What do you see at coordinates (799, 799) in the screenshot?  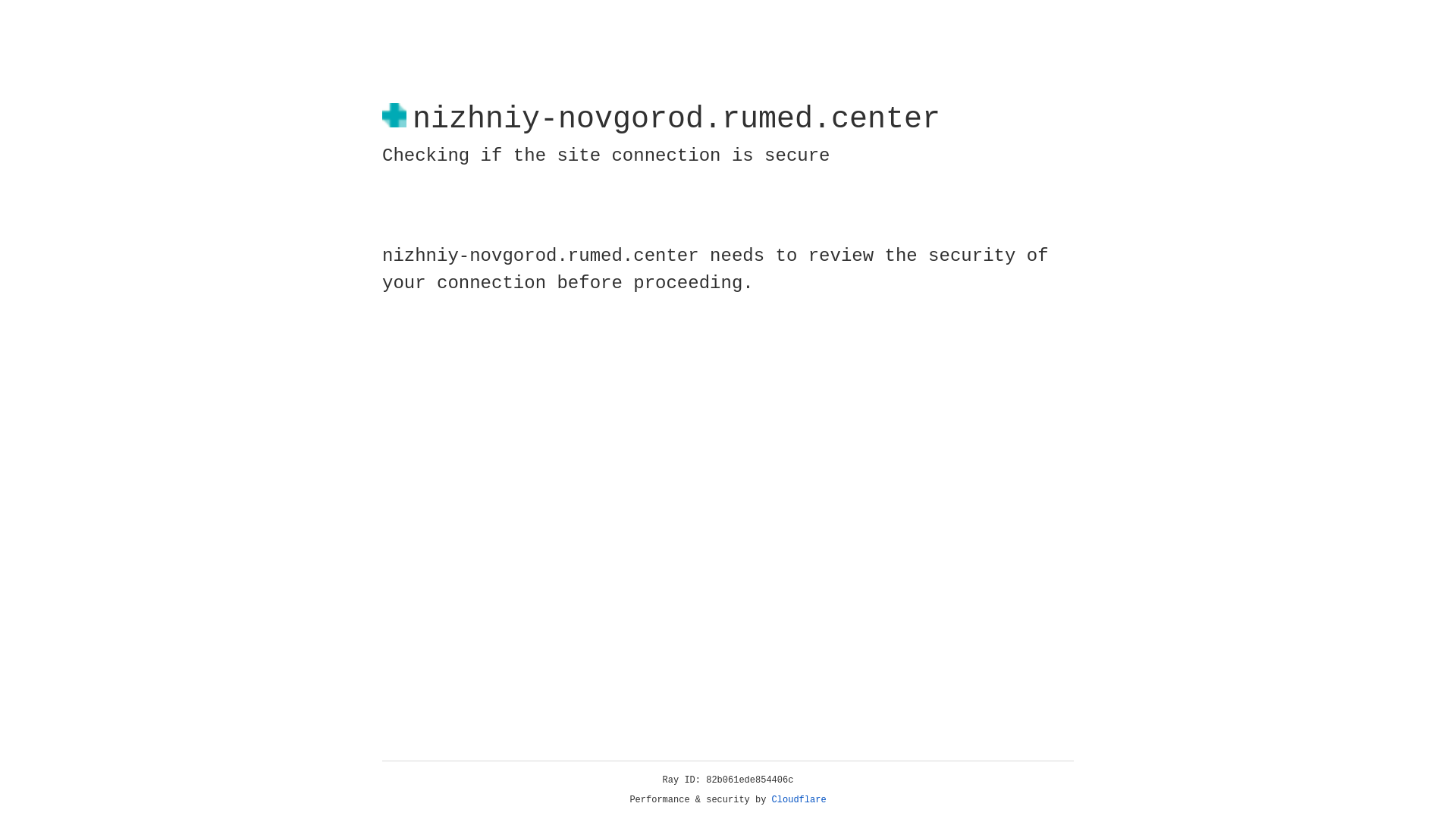 I see `'Cloudflare'` at bounding box center [799, 799].